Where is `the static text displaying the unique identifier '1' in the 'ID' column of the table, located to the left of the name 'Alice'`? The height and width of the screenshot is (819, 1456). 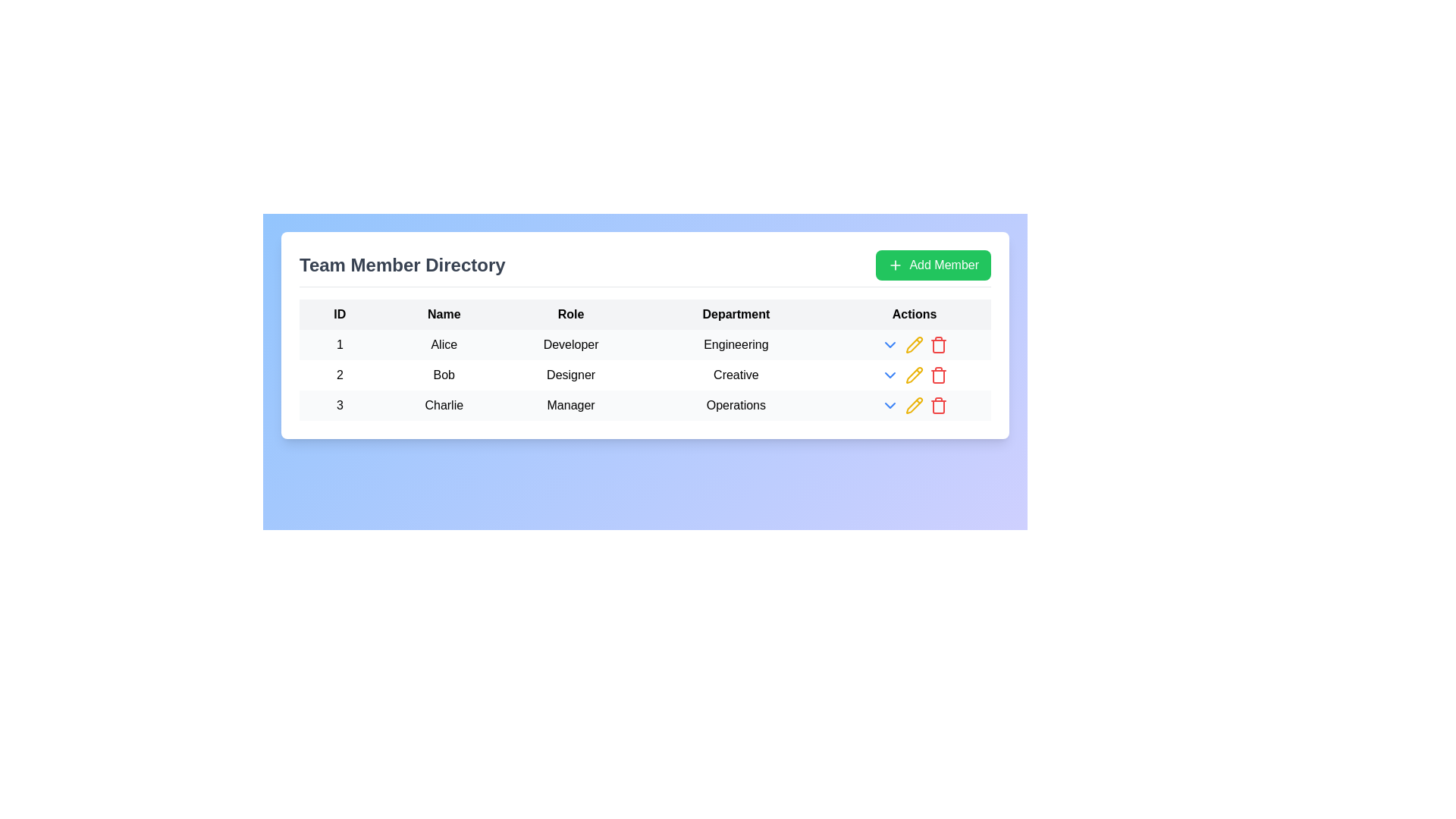
the static text displaying the unique identifier '1' in the 'ID' column of the table, located to the left of the name 'Alice' is located at coordinates (339, 345).